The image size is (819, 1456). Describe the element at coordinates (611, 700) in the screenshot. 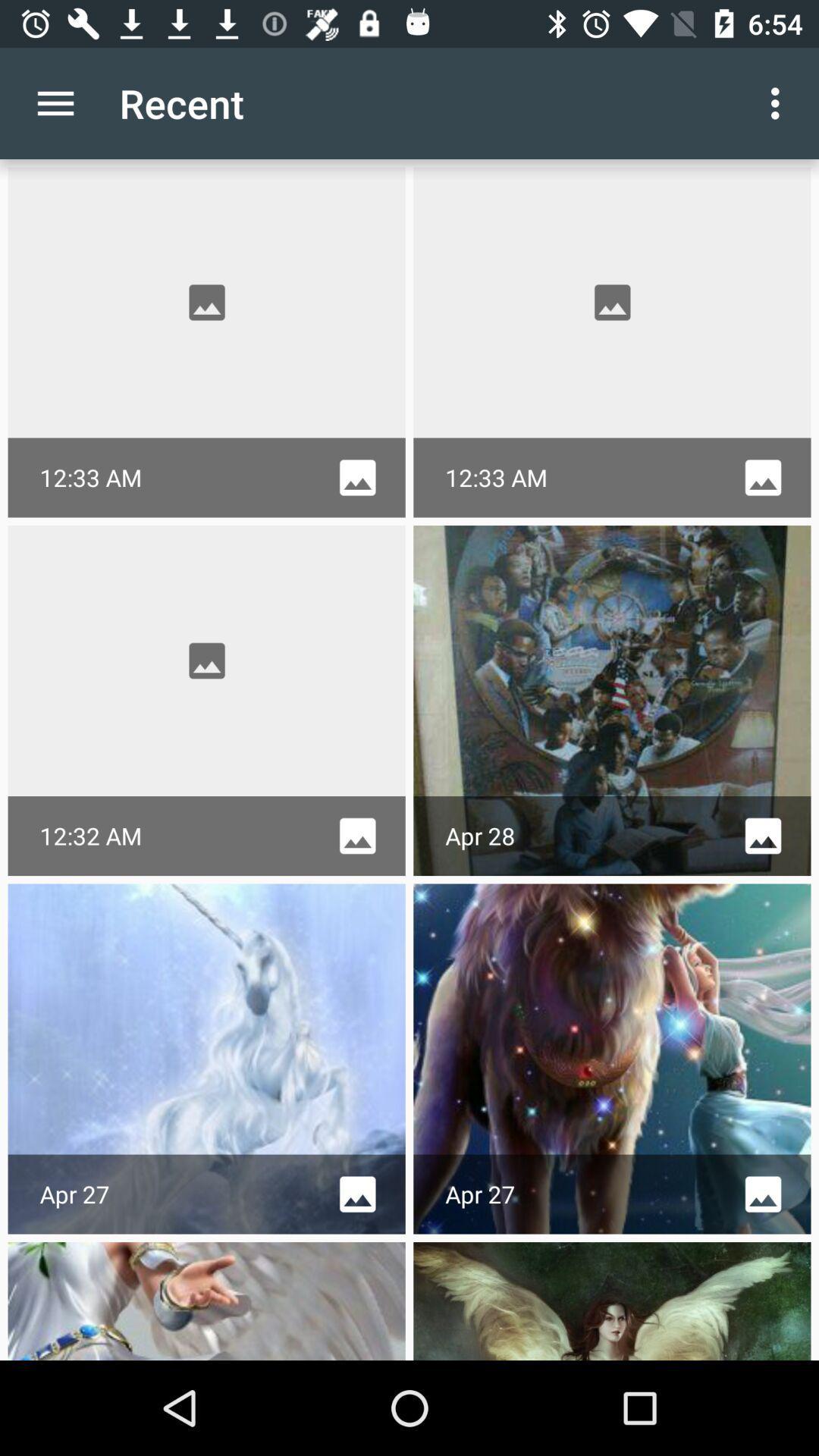

I see `the second image in the second row` at that location.